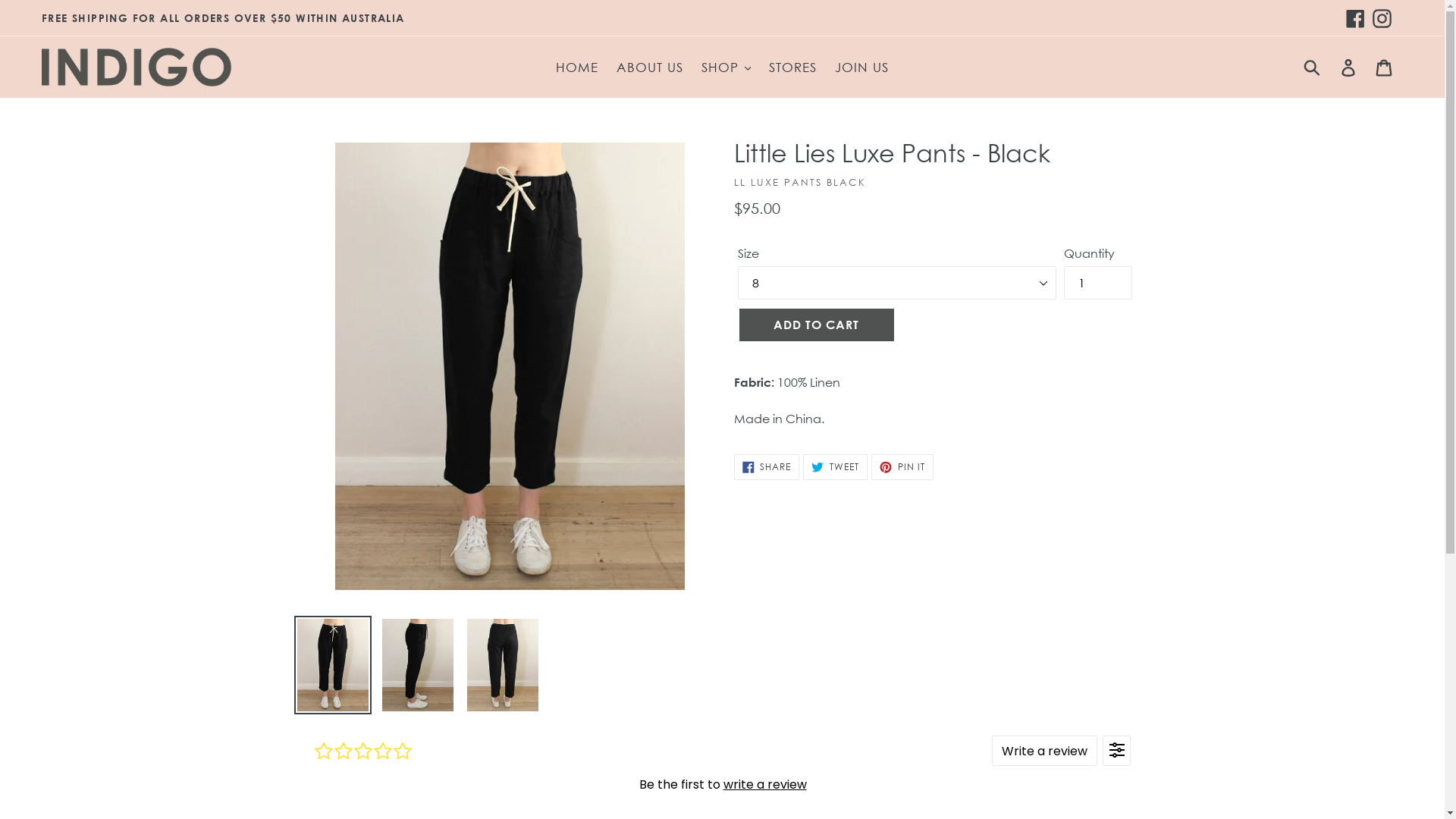 This screenshot has height=819, width=1456. I want to click on 'Log in', so click(1331, 66).